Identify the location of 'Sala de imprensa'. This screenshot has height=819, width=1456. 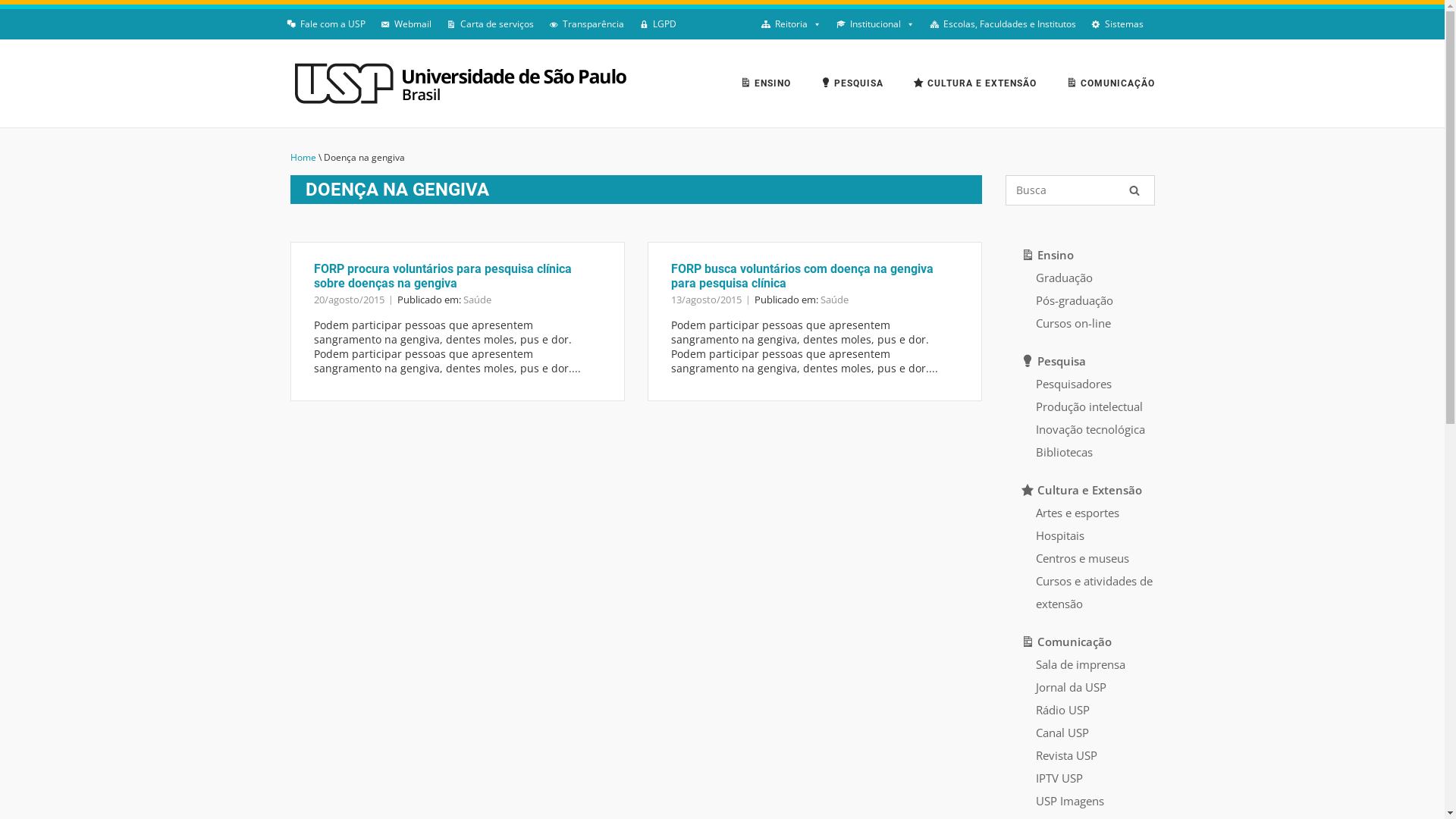
(1080, 663).